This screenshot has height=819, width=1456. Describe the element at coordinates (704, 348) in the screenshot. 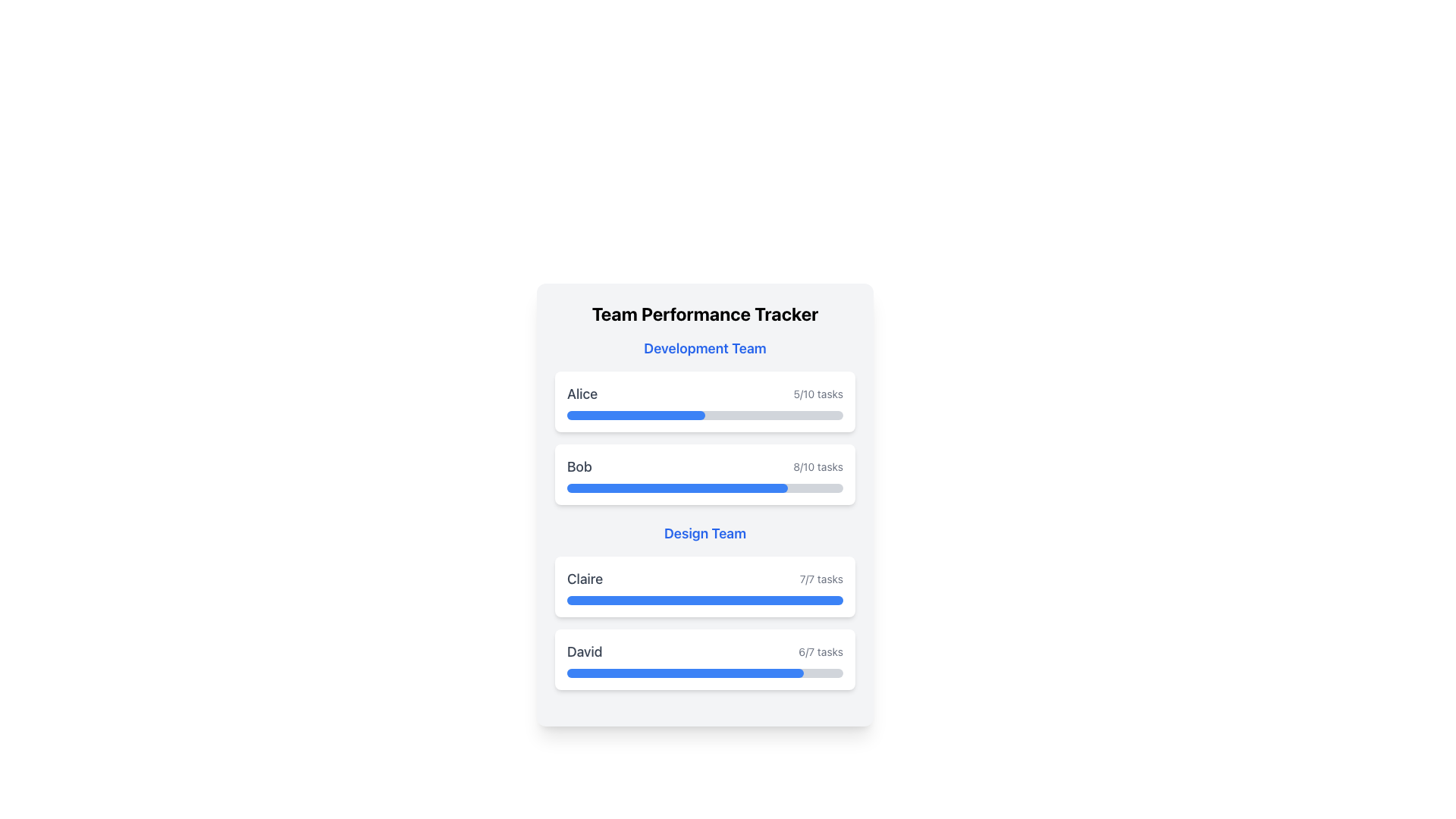

I see `bold text label 'Development Team' which is prominently positioned at the top of the section within a card design interface` at that location.